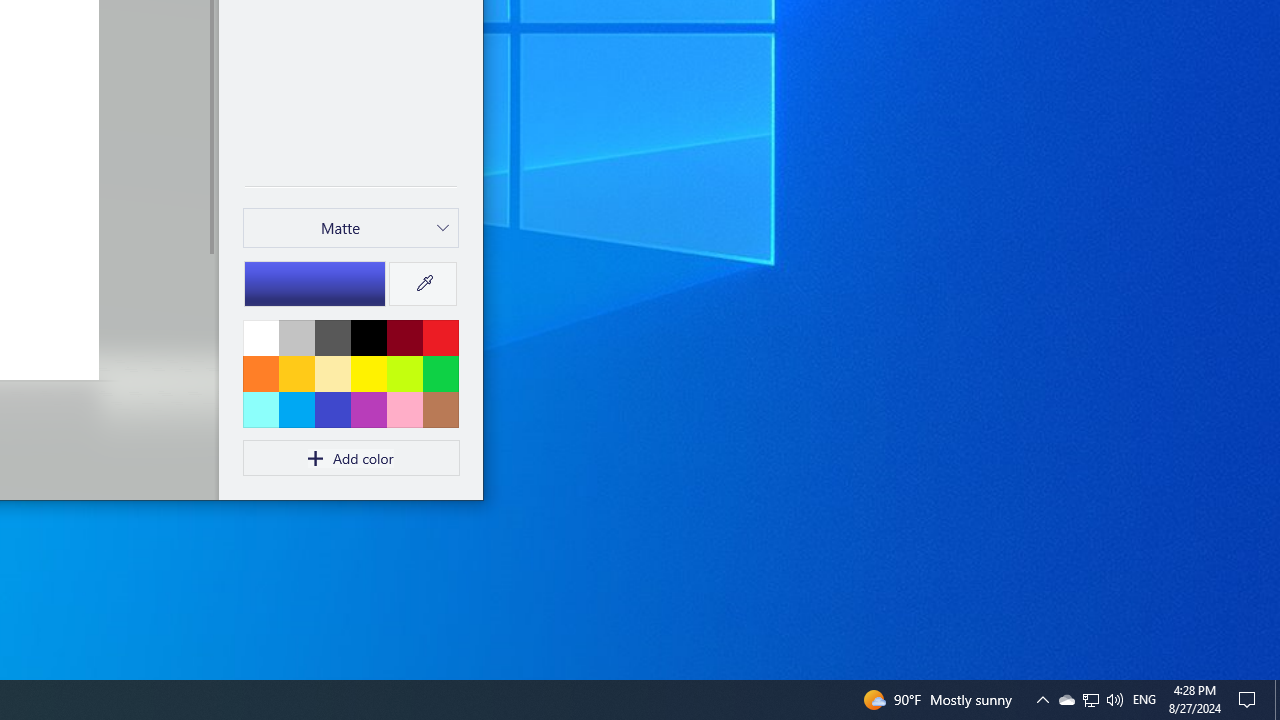  I want to click on 'Brown', so click(439, 408).